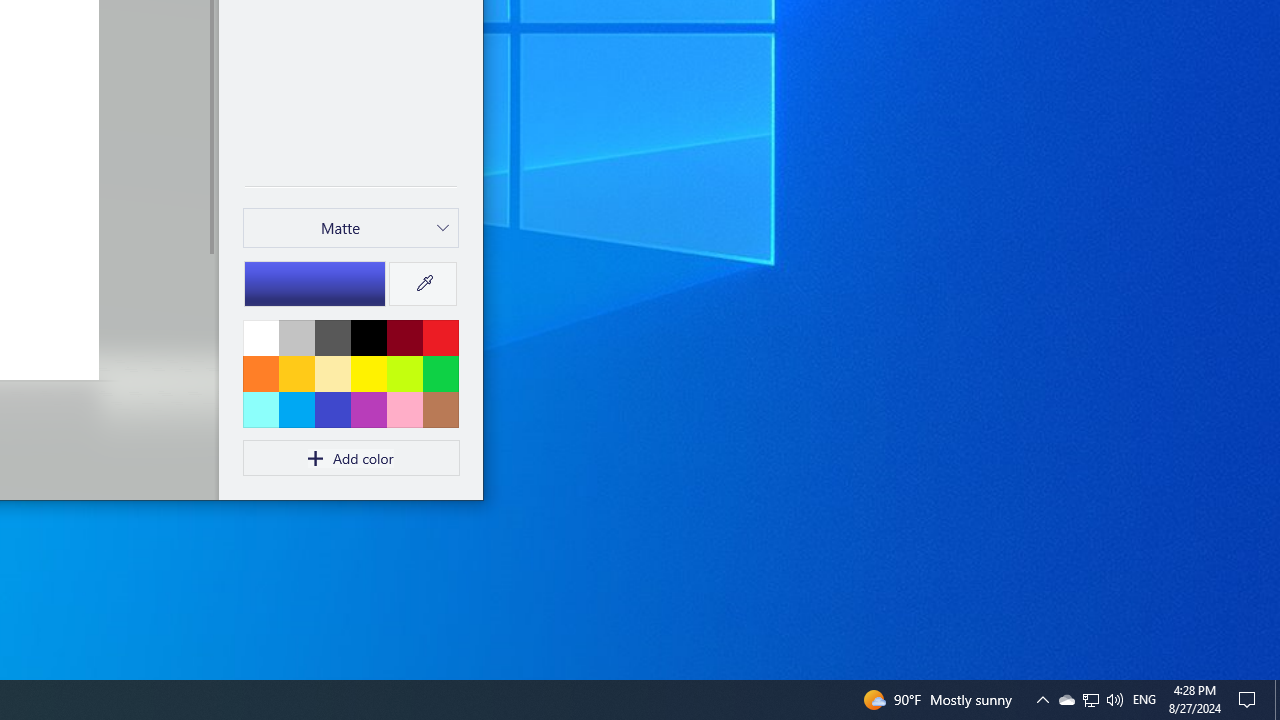  I want to click on 'Brown', so click(439, 408).